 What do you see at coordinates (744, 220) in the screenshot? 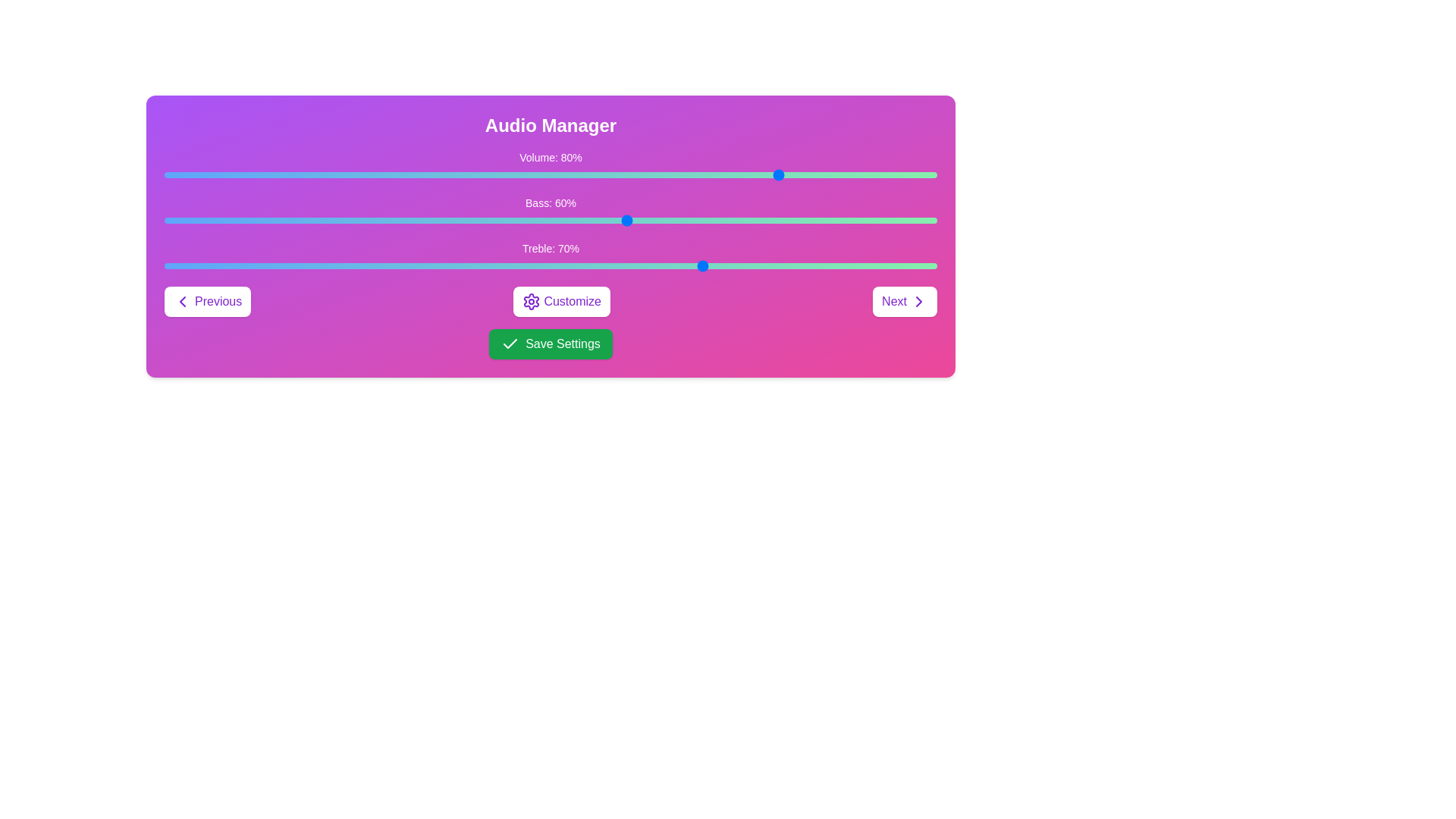
I see `the bass level` at bounding box center [744, 220].